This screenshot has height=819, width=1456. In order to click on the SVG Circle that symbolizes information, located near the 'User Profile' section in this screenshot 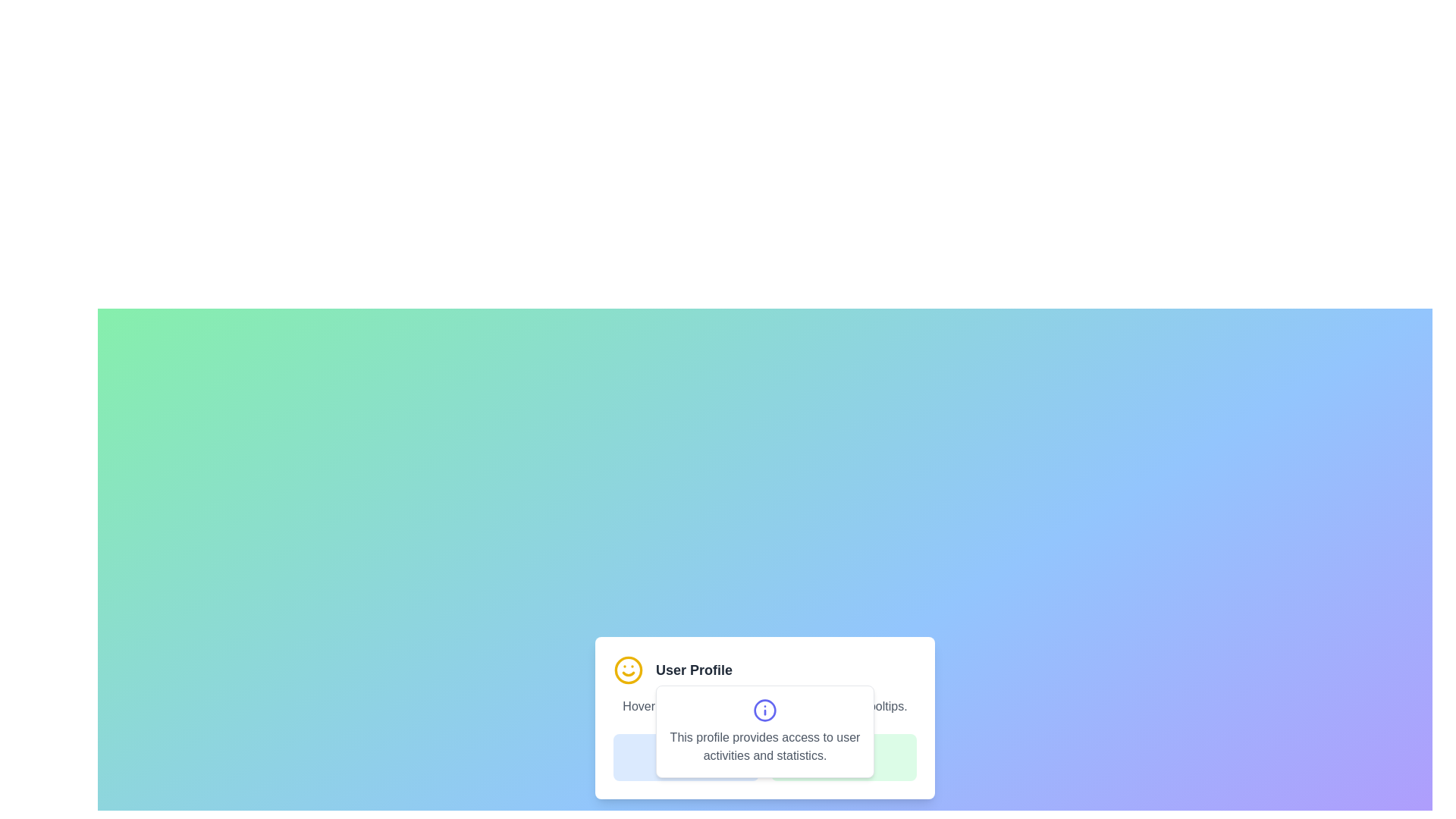, I will do `click(764, 711)`.